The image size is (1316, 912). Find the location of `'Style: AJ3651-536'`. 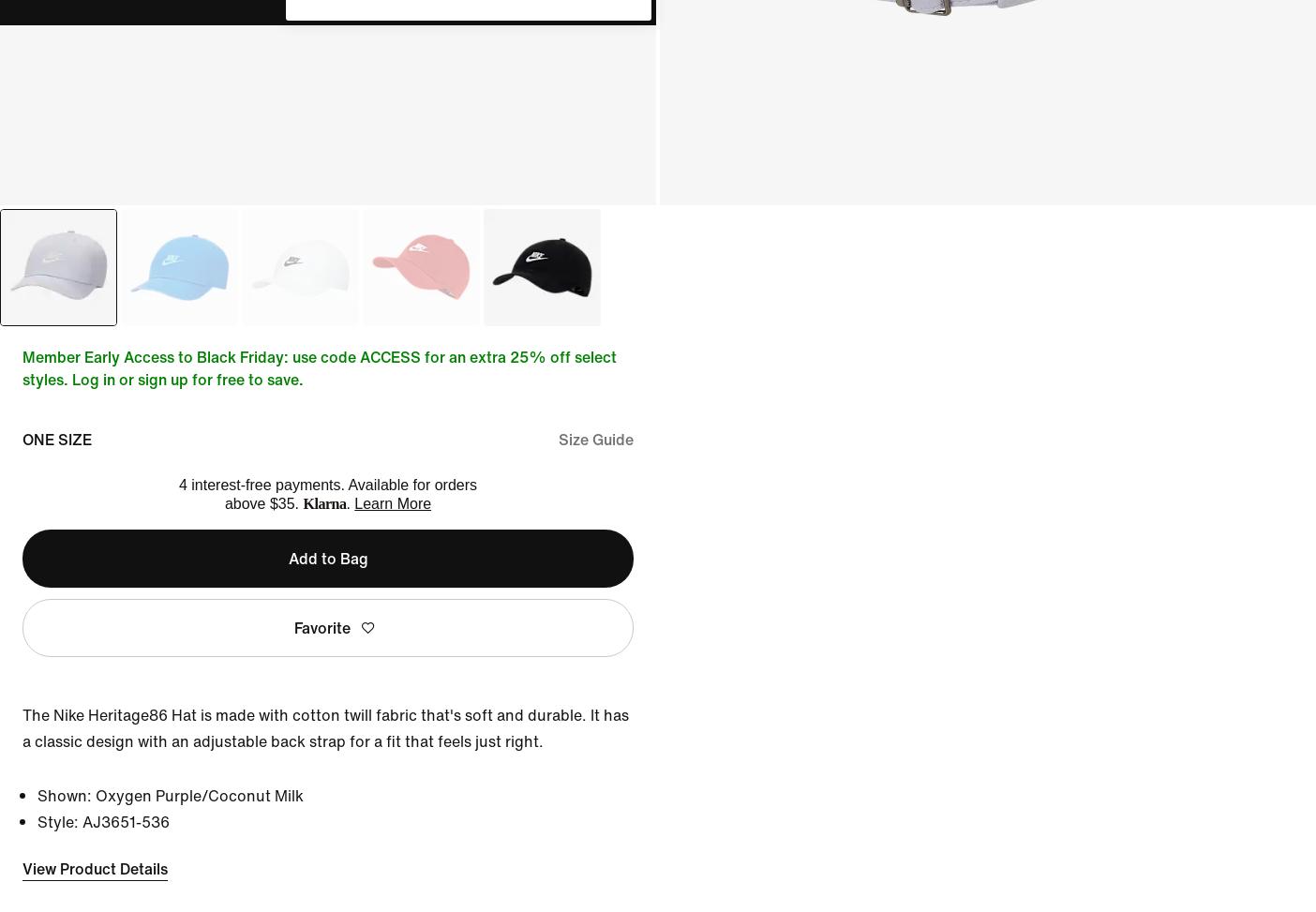

'Style: AJ3651-536' is located at coordinates (102, 821).